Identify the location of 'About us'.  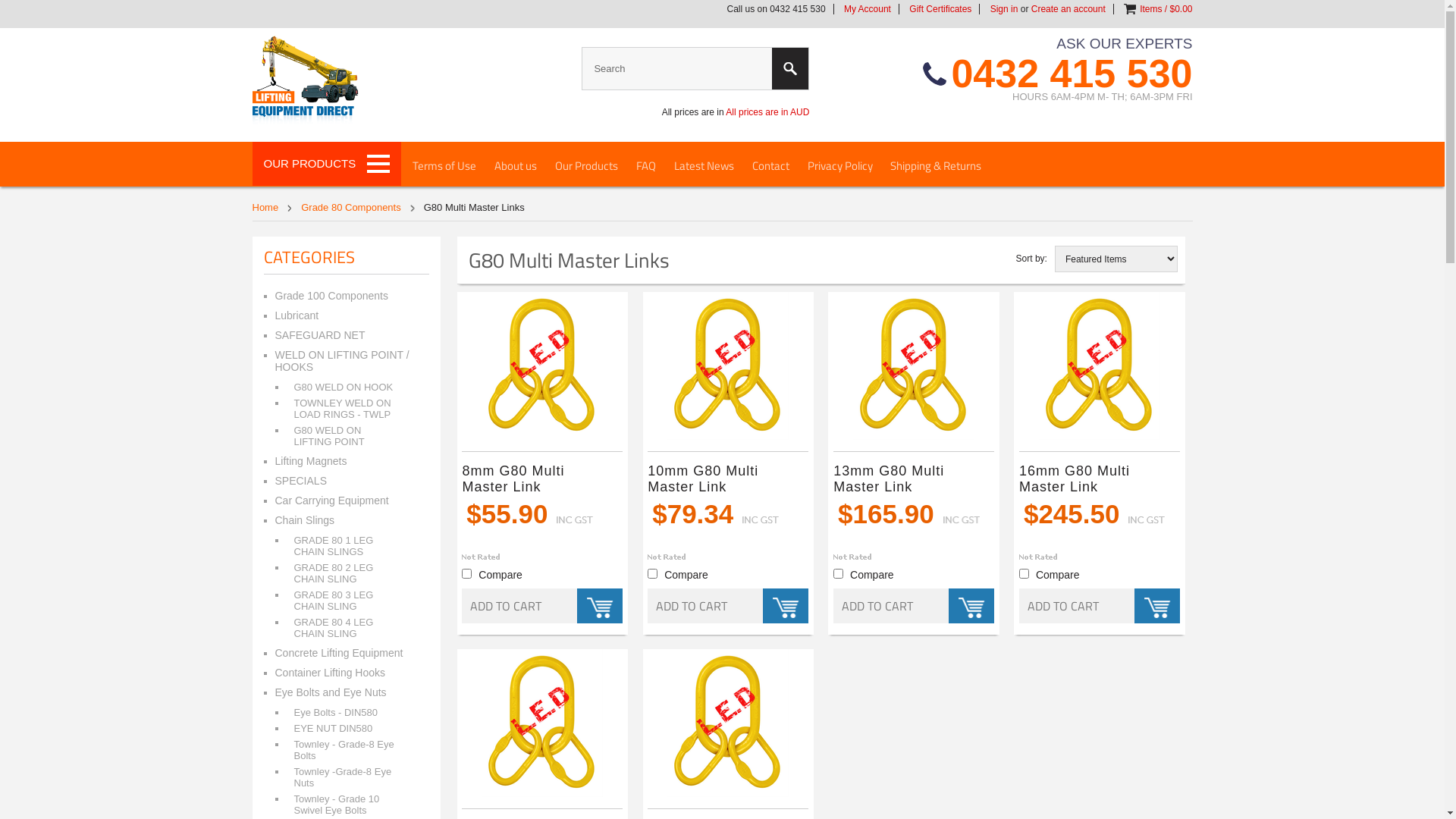
(494, 165).